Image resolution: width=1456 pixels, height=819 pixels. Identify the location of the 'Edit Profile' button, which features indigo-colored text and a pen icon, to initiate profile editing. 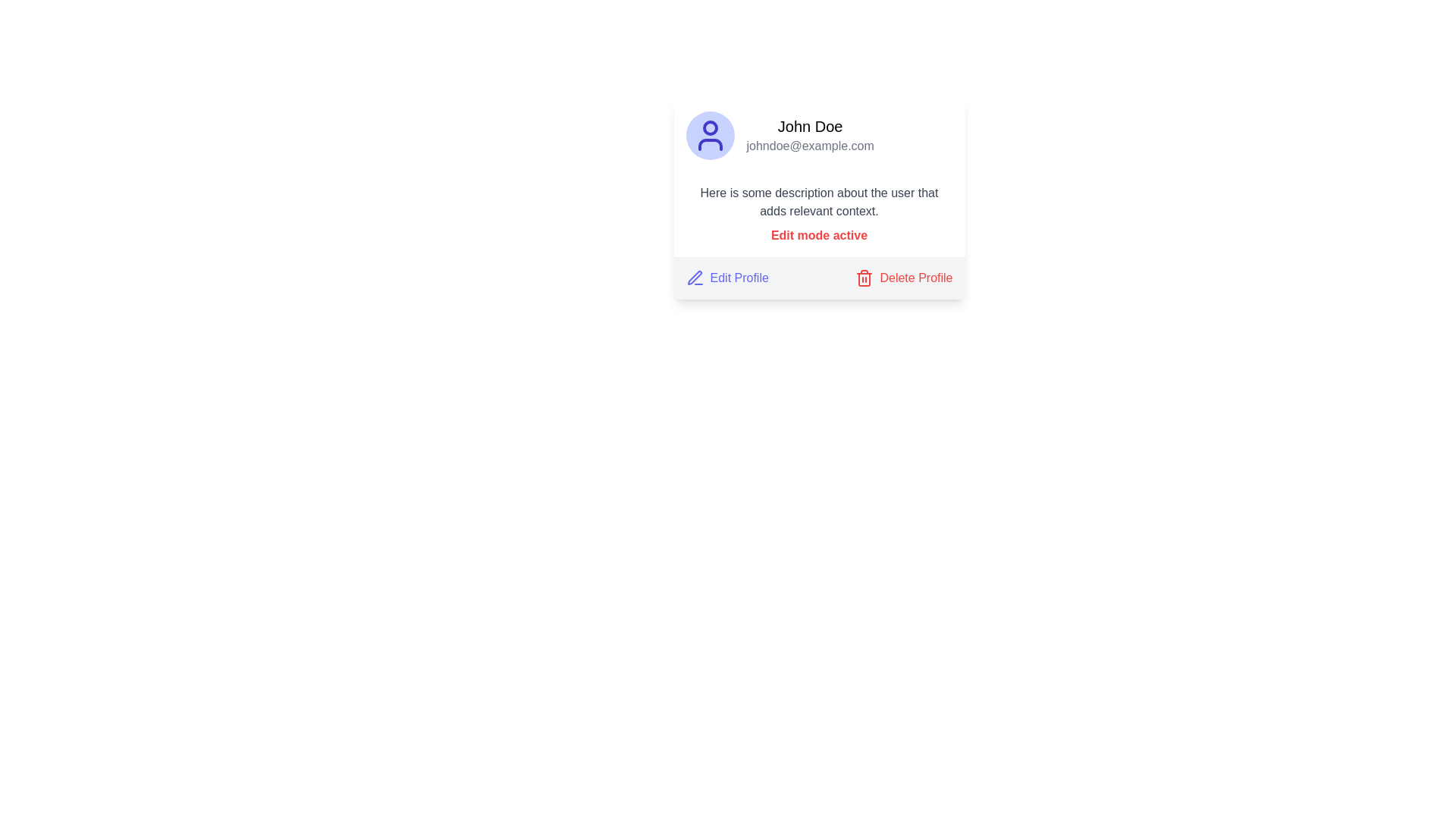
(726, 278).